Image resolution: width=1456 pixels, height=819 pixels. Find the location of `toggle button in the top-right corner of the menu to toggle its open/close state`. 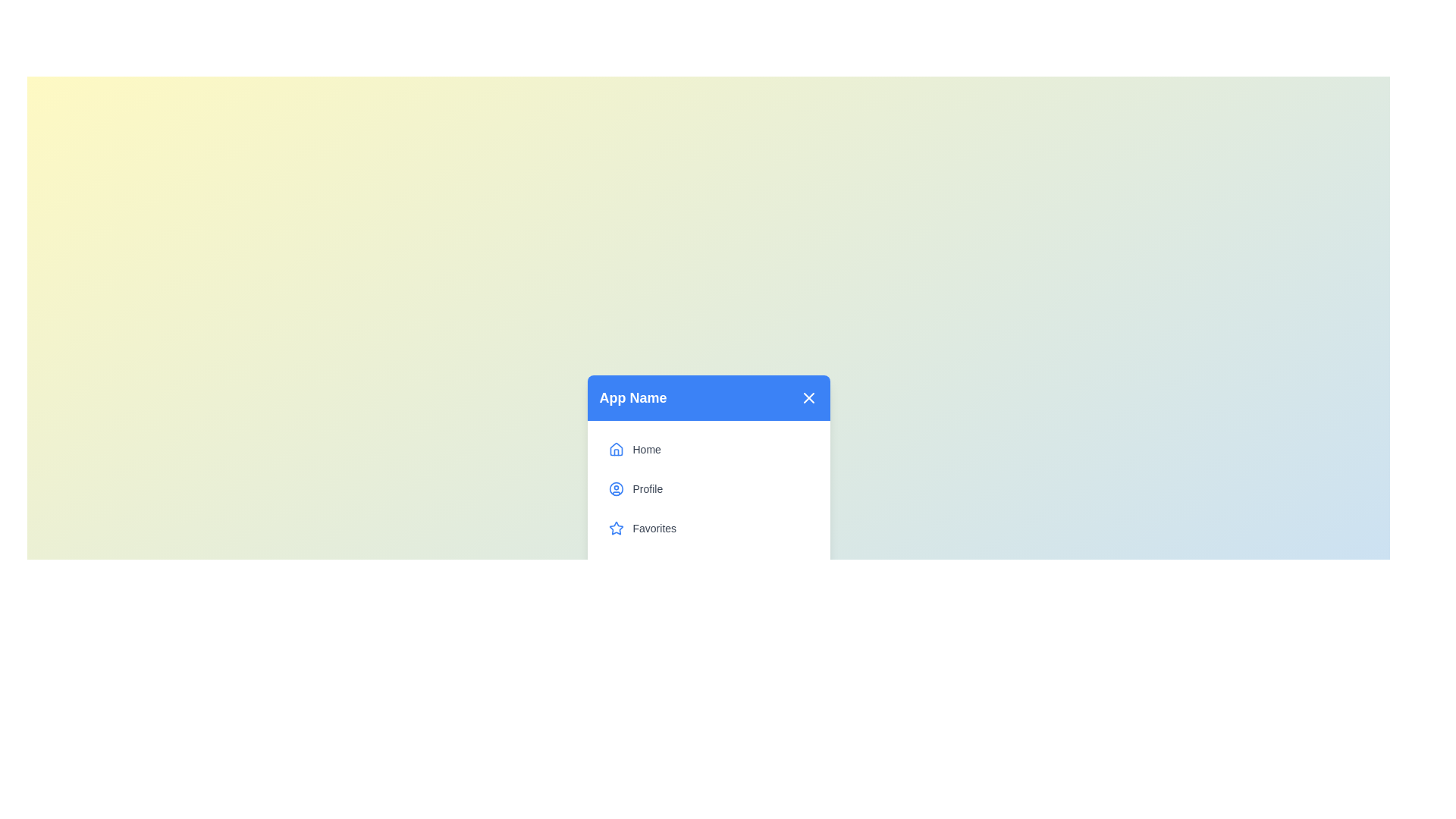

toggle button in the top-right corner of the menu to toggle its open/close state is located at coordinates (808, 397).